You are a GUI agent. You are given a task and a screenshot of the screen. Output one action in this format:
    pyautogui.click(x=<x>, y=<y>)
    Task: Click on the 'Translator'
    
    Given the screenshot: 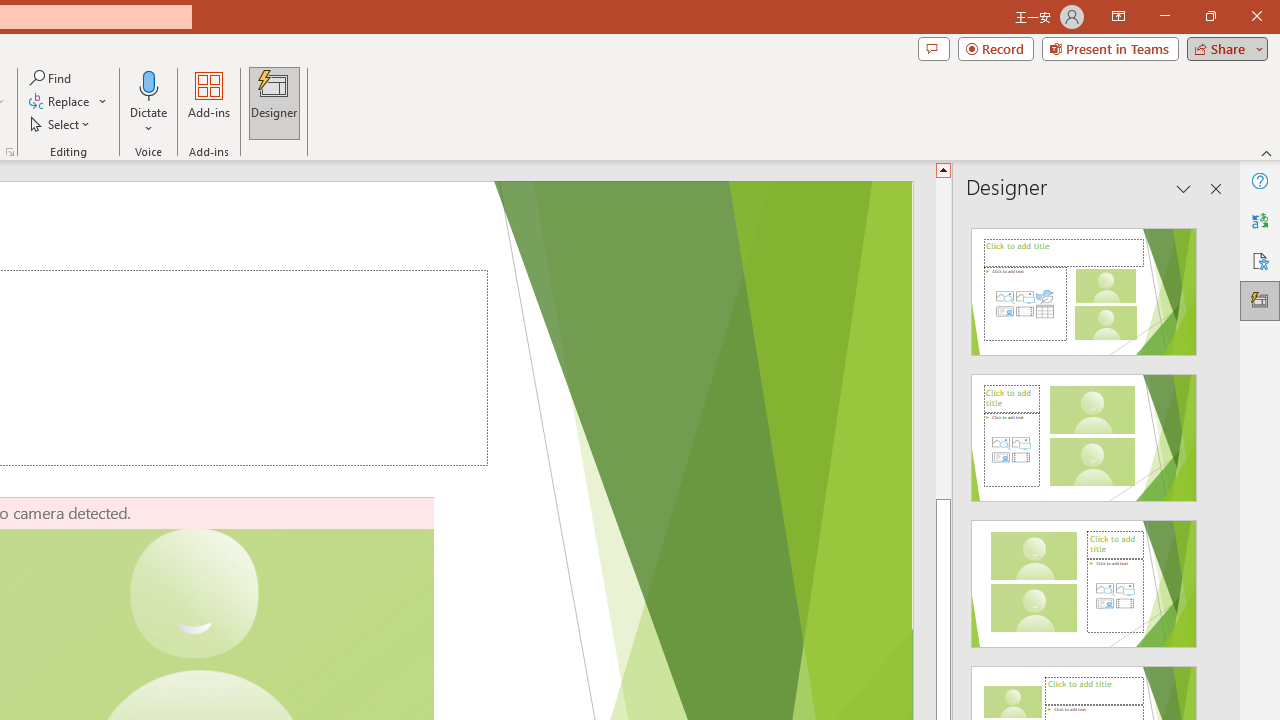 What is the action you would take?
    pyautogui.click(x=1259, y=221)
    